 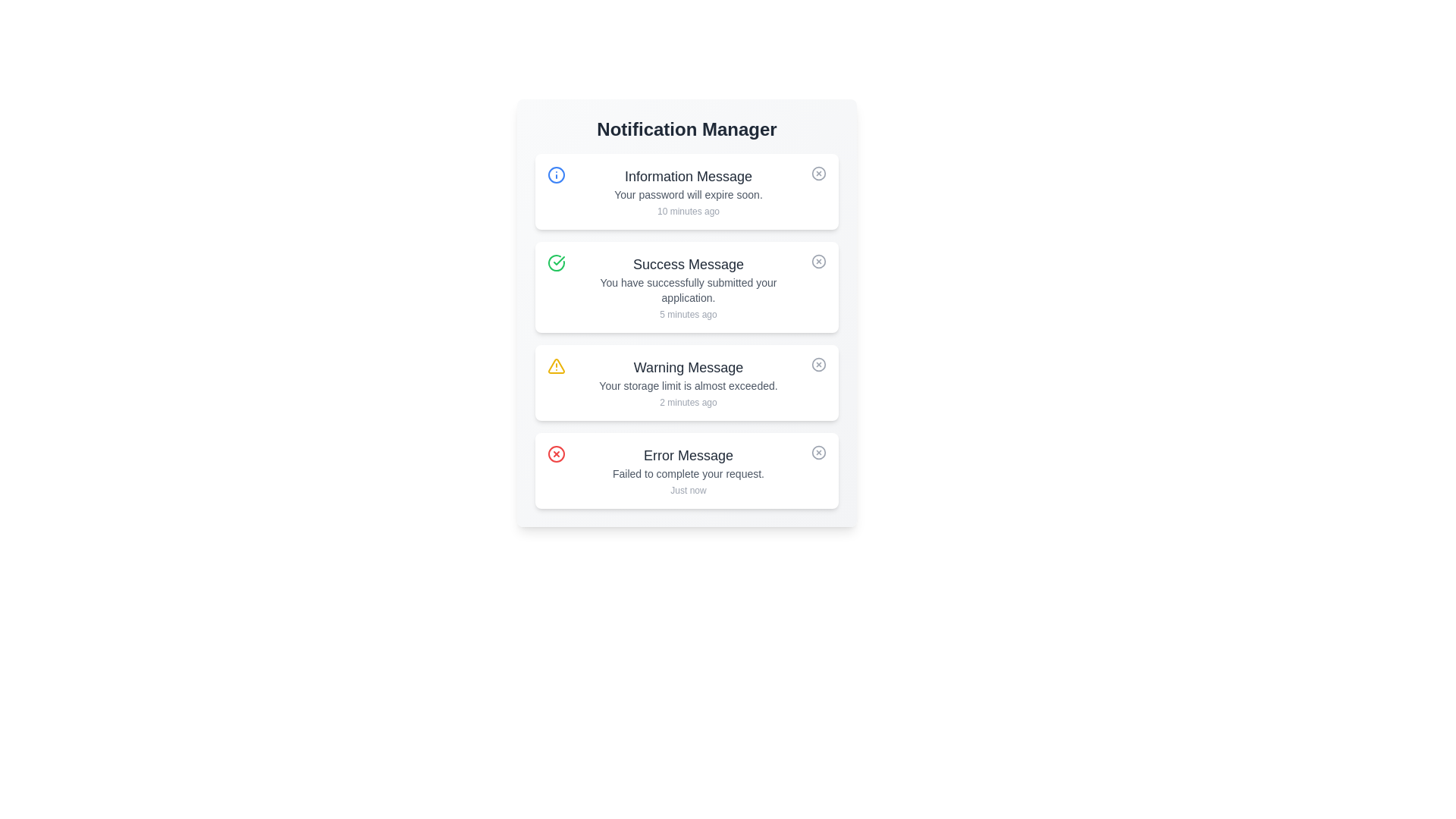 What do you see at coordinates (687, 194) in the screenshot?
I see `message from the text label notifying the user about their password nearing expiration, located below the title 'Information Message' and above the timestamp '10 minutes ago'` at bounding box center [687, 194].